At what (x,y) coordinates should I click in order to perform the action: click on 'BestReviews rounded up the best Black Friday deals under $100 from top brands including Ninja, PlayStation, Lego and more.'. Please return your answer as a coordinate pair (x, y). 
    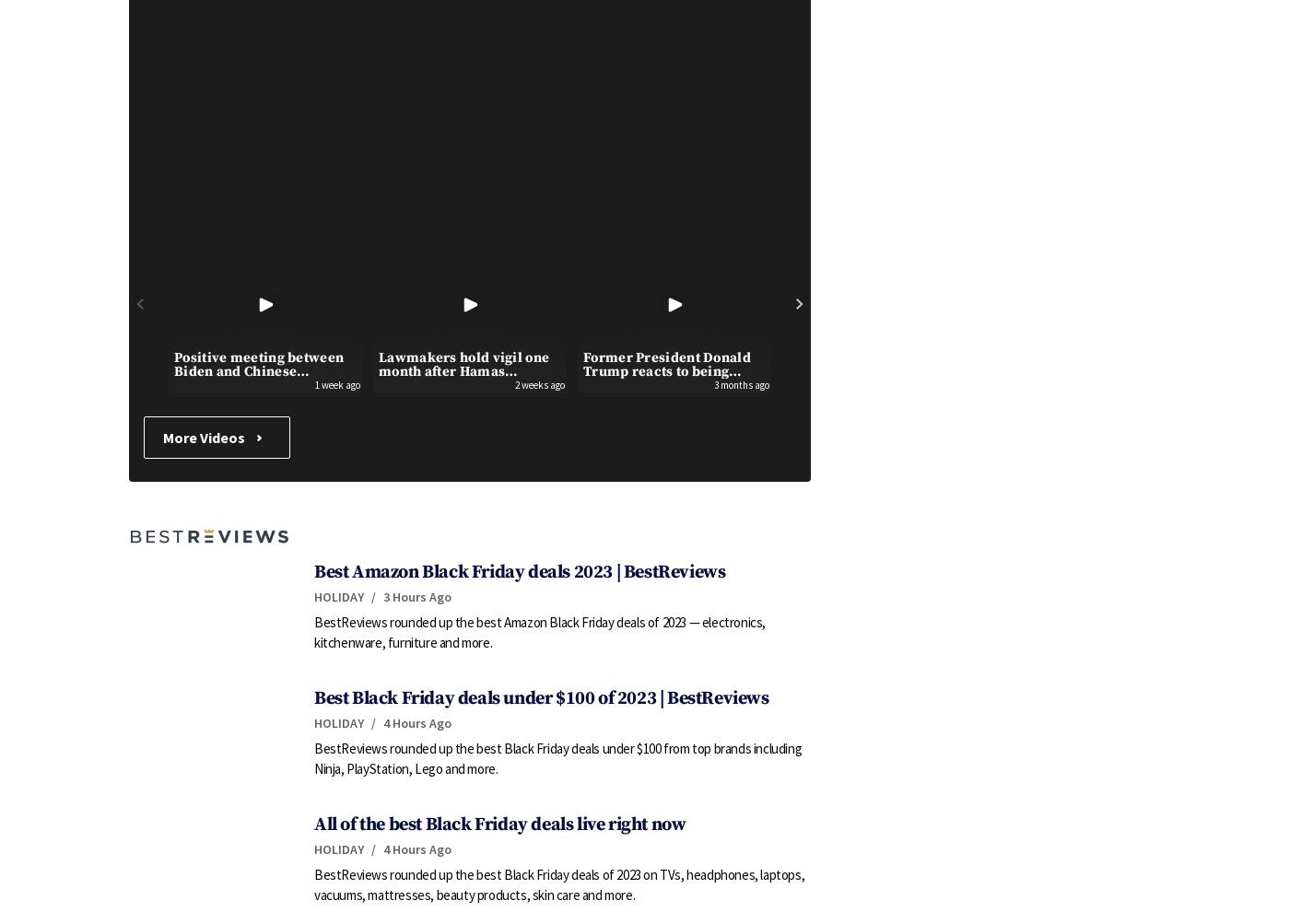
    Looking at the image, I should click on (557, 758).